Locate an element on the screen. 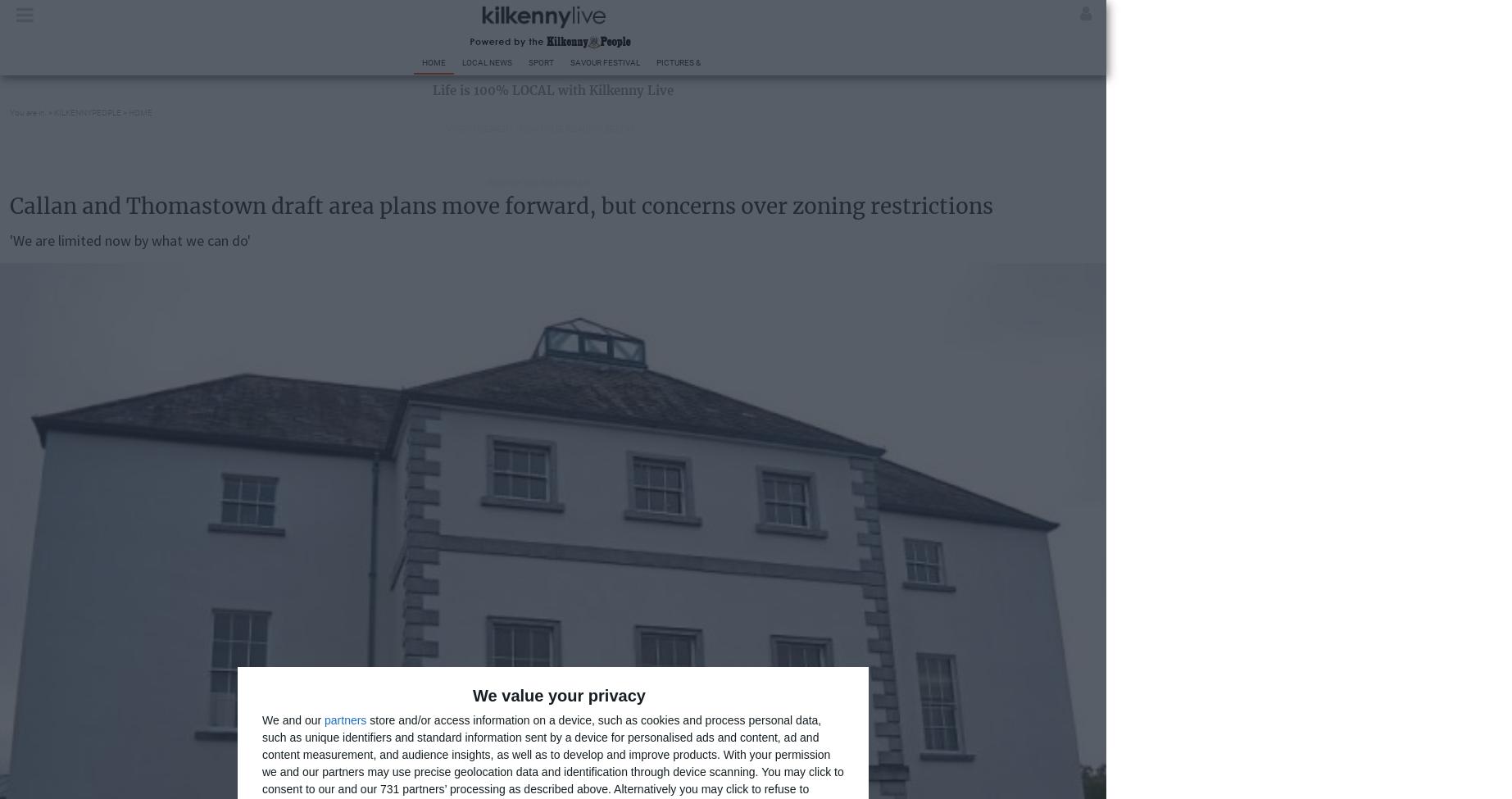  'What's On' is located at coordinates (956, 62).